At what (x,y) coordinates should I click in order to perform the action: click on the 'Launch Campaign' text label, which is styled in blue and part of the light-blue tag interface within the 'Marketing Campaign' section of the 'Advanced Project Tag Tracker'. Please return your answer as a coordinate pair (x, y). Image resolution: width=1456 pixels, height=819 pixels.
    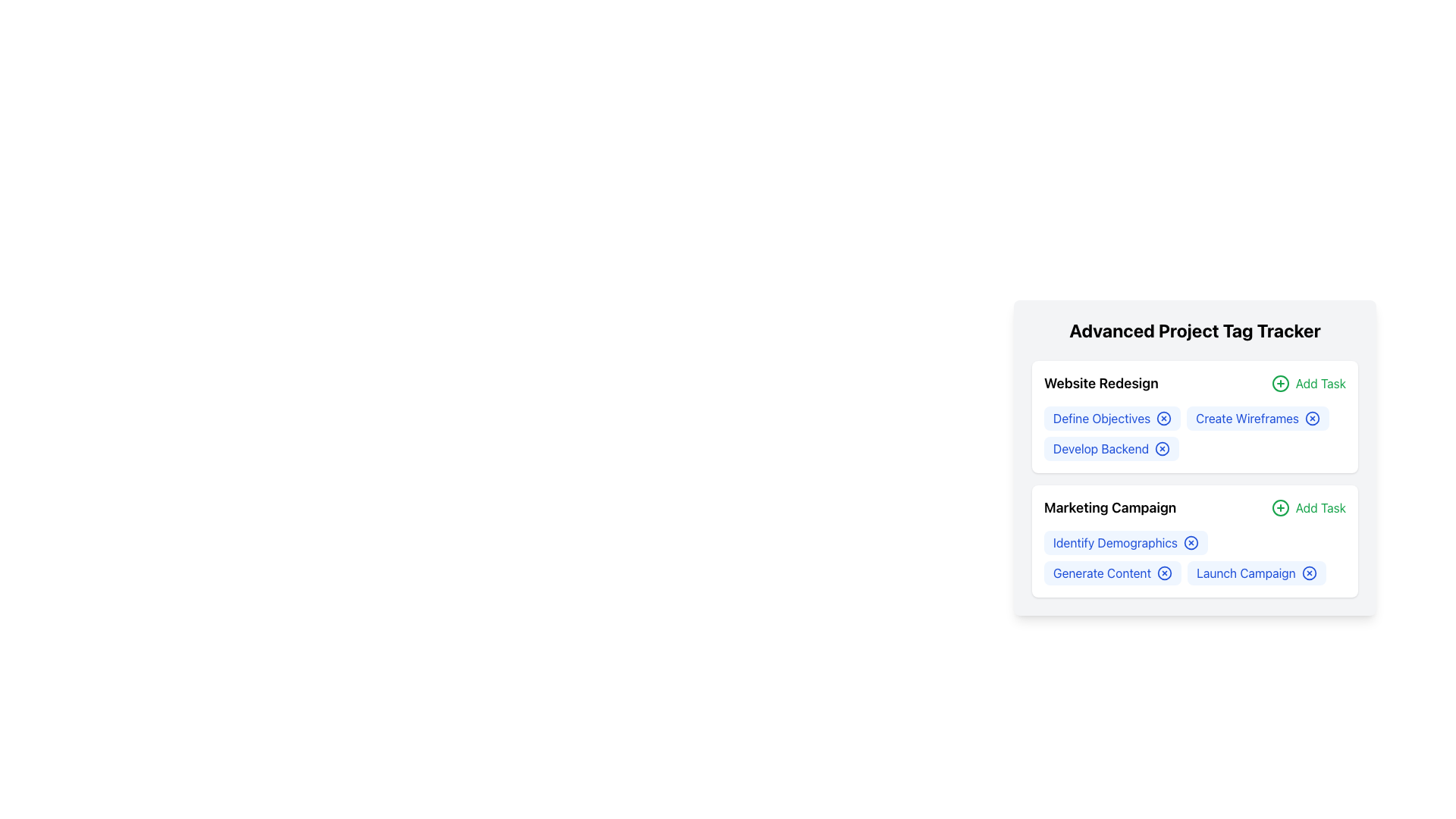
    Looking at the image, I should click on (1246, 573).